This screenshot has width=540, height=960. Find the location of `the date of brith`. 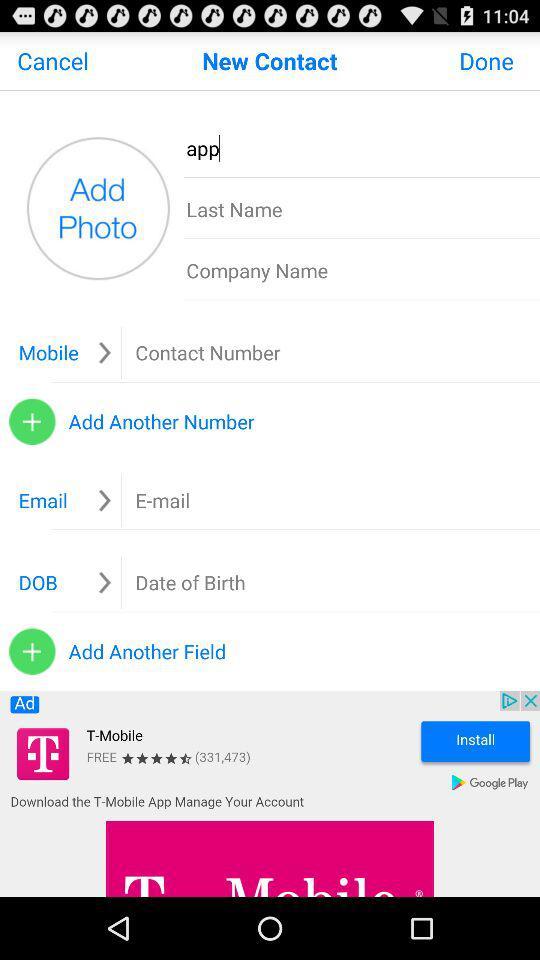

the date of brith is located at coordinates (190, 582).